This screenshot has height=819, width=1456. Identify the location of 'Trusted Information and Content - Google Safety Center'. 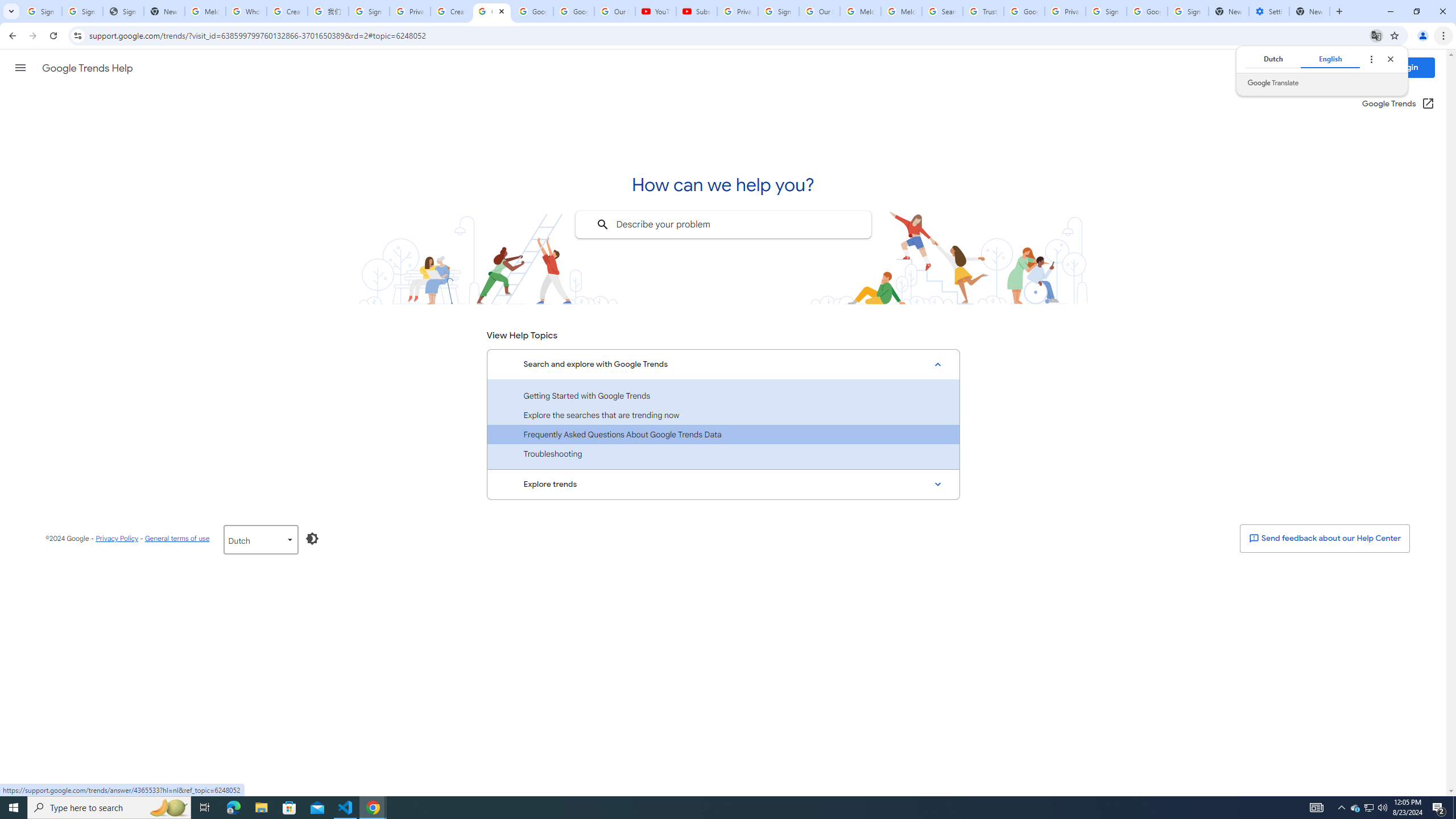
(983, 11).